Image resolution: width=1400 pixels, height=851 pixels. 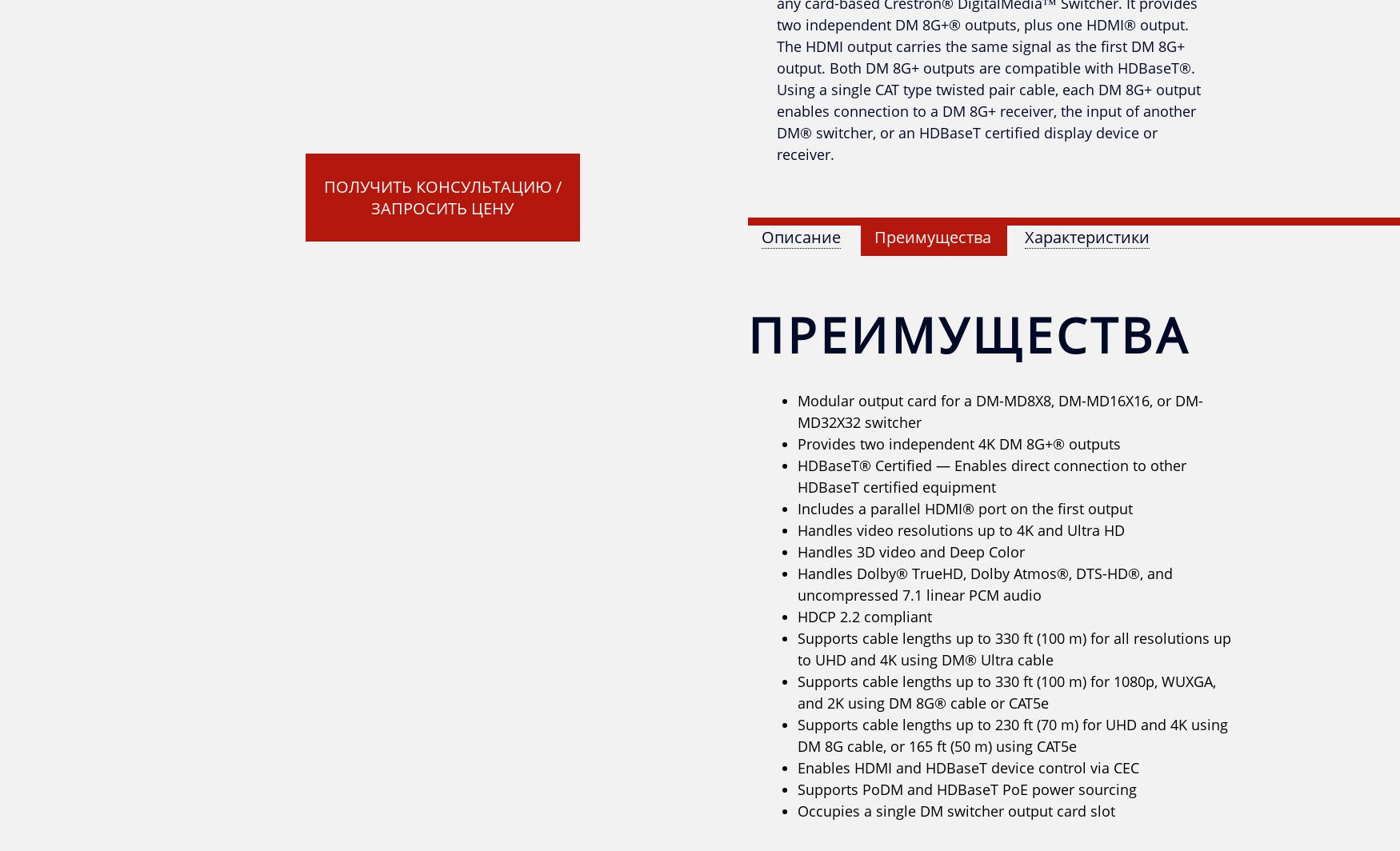 I want to click on 'Supports cable lengths up to 330 ft (100 m) for all resolutions up to UHD and 4K using DM® Ultra cable', so click(x=1014, y=649).